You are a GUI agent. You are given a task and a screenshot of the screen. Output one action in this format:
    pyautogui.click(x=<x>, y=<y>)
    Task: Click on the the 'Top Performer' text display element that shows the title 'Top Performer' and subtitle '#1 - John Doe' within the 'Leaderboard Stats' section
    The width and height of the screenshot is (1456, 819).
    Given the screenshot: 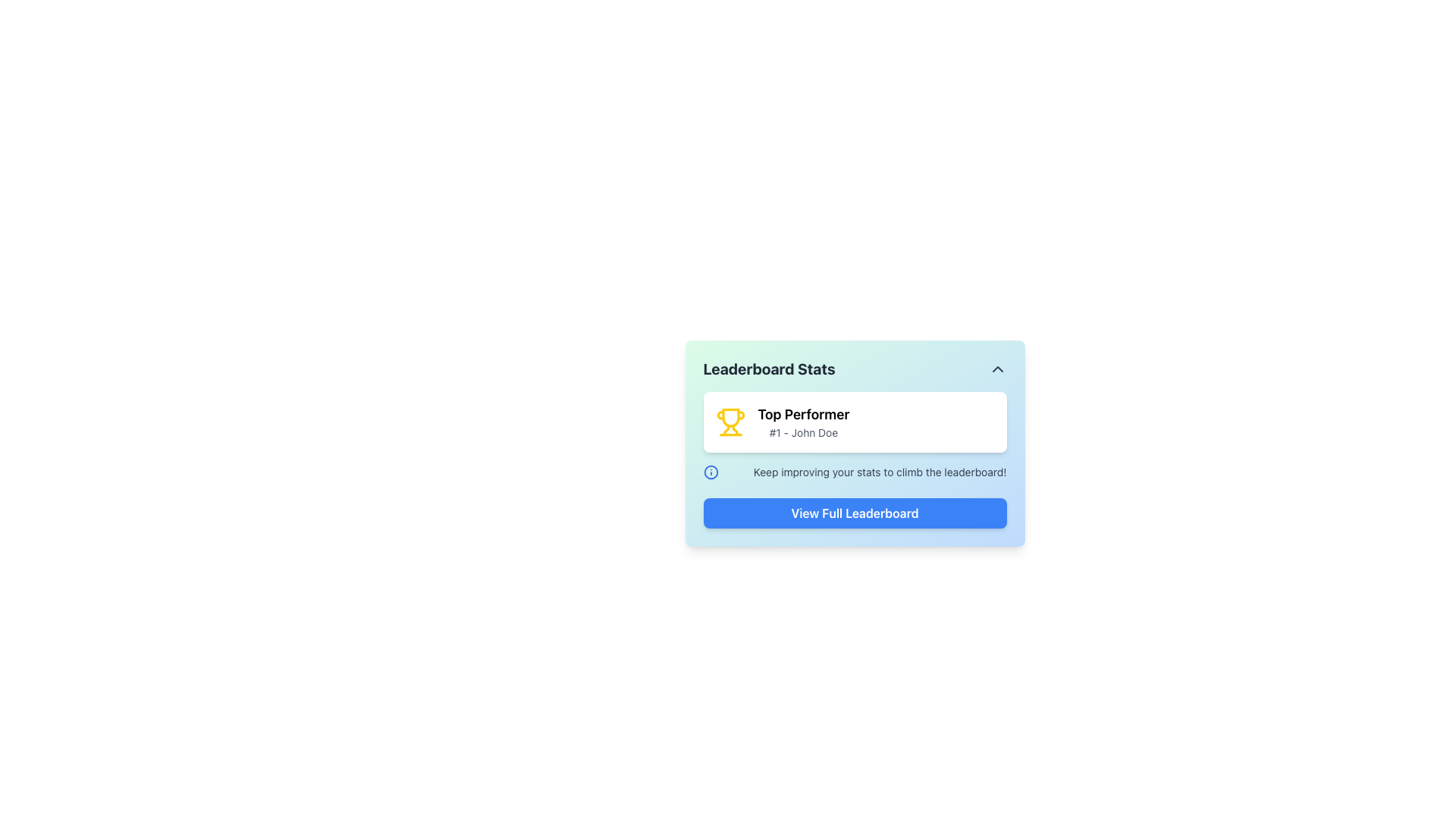 What is the action you would take?
    pyautogui.click(x=803, y=422)
    